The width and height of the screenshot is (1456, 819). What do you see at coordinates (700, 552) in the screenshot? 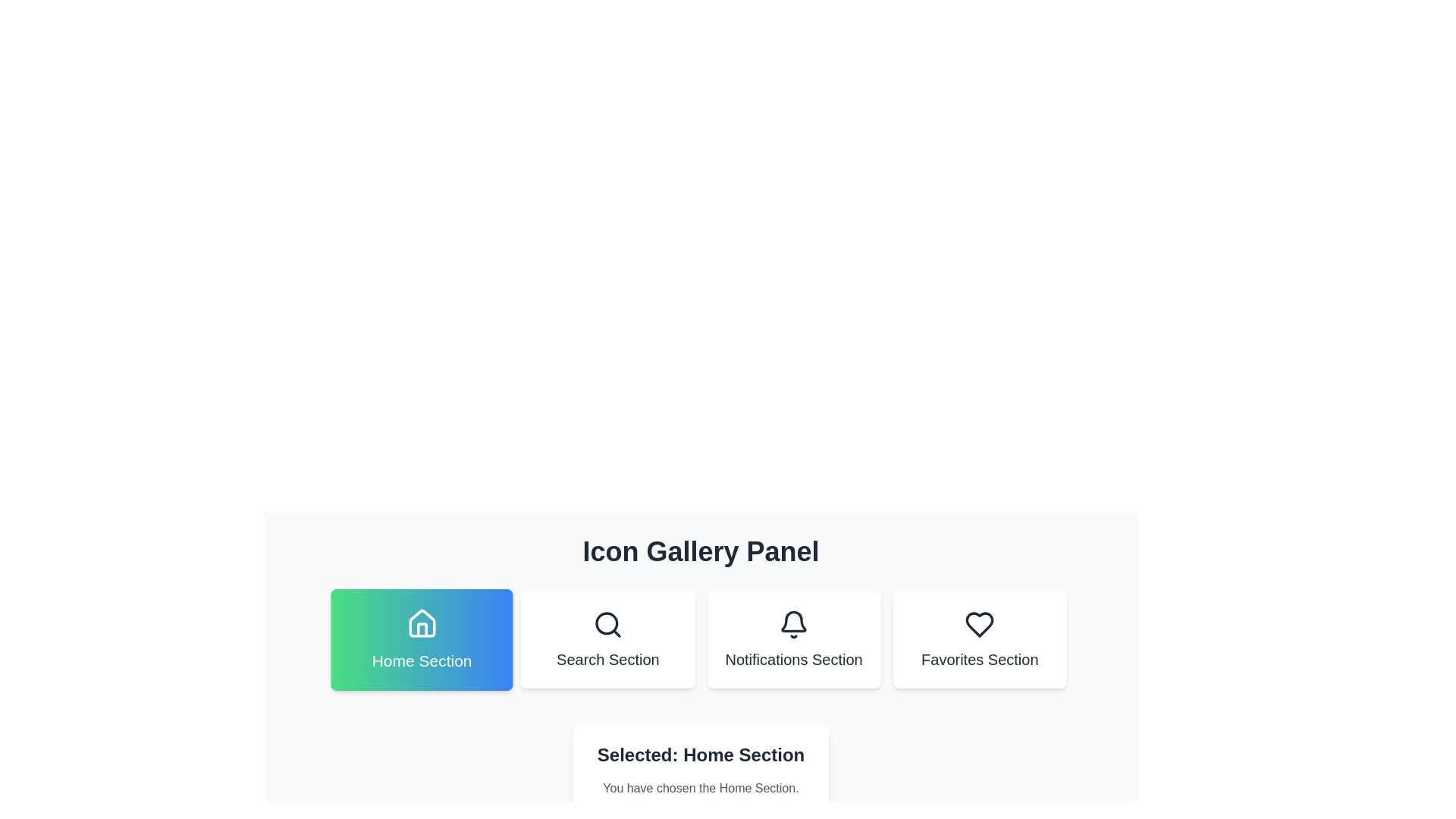
I see `the static text heading labeled 'Icon Gallery Panel' which is styled in bold and large font, positioned at the top center of the interface` at bounding box center [700, 552].